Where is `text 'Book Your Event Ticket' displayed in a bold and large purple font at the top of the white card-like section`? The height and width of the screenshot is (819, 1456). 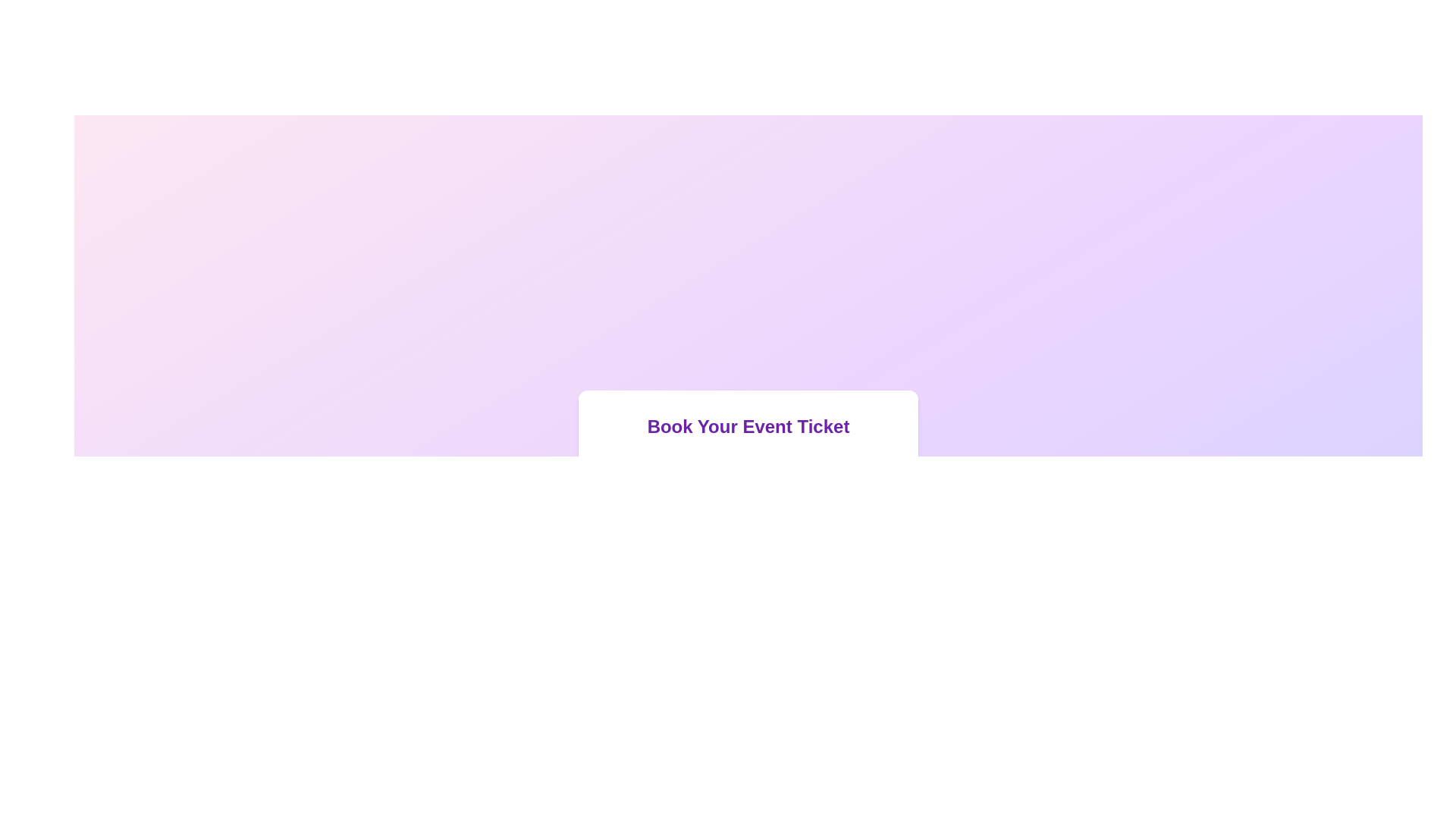
text 'Book Your Event Ticket' displayed in a bold and large purple font at the top of the white card-like section is located at coordinates (748, 426).